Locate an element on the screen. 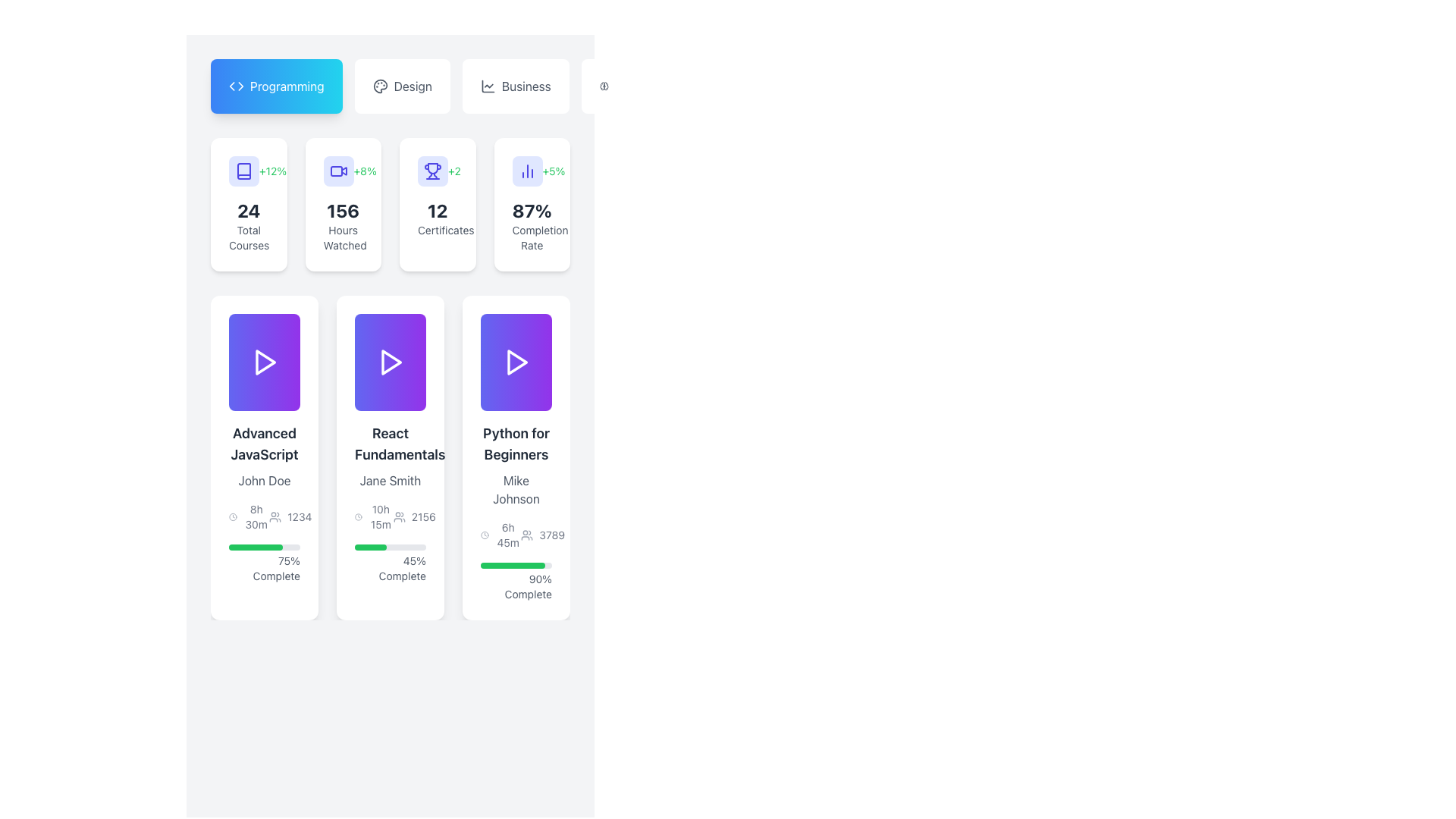 The height and width of the screenshot is (819, 1456). the text label displaying '+2' styled in a small green font, located in the top-right corner of a card containing a trophy icon is located at coordinates (453, 171).